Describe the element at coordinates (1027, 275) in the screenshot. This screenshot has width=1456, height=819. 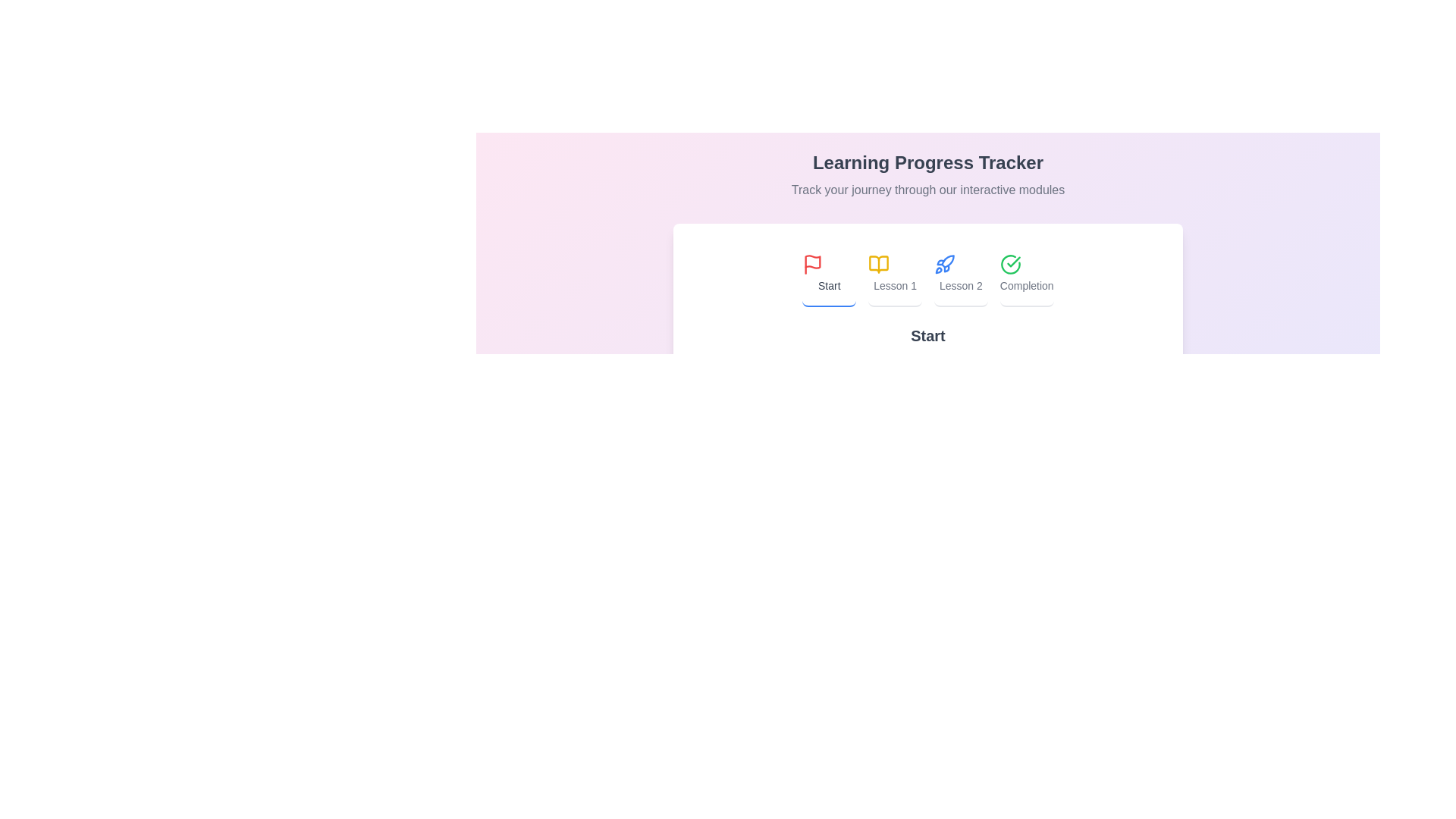
I see `the Completion button to observe its hover effect` at that location.